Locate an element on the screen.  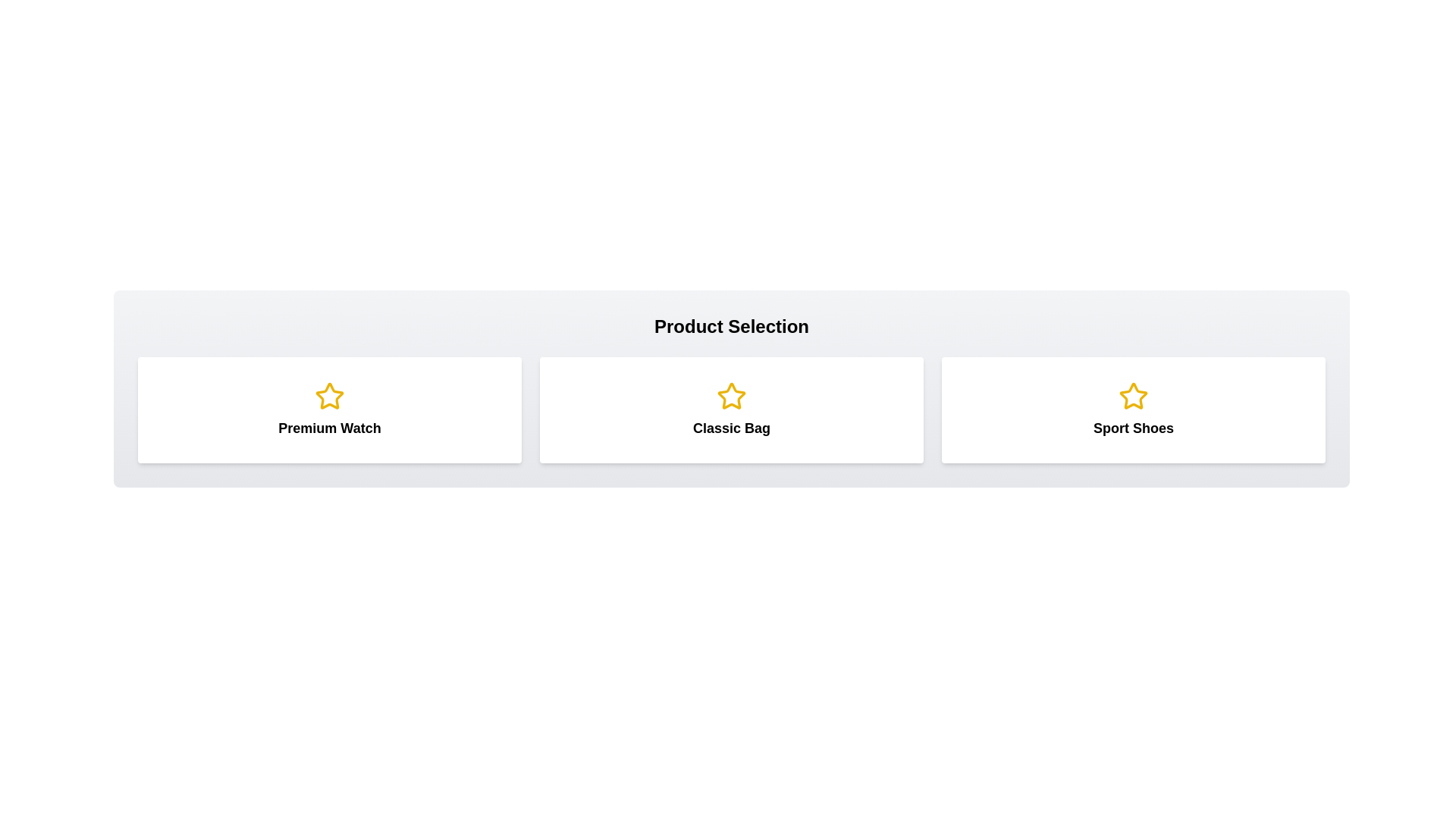
the yellow star icon located in the leftmost card labeled 'Premium Watch' under the 'Product Selection' heading is located at coordinates (329, 395).